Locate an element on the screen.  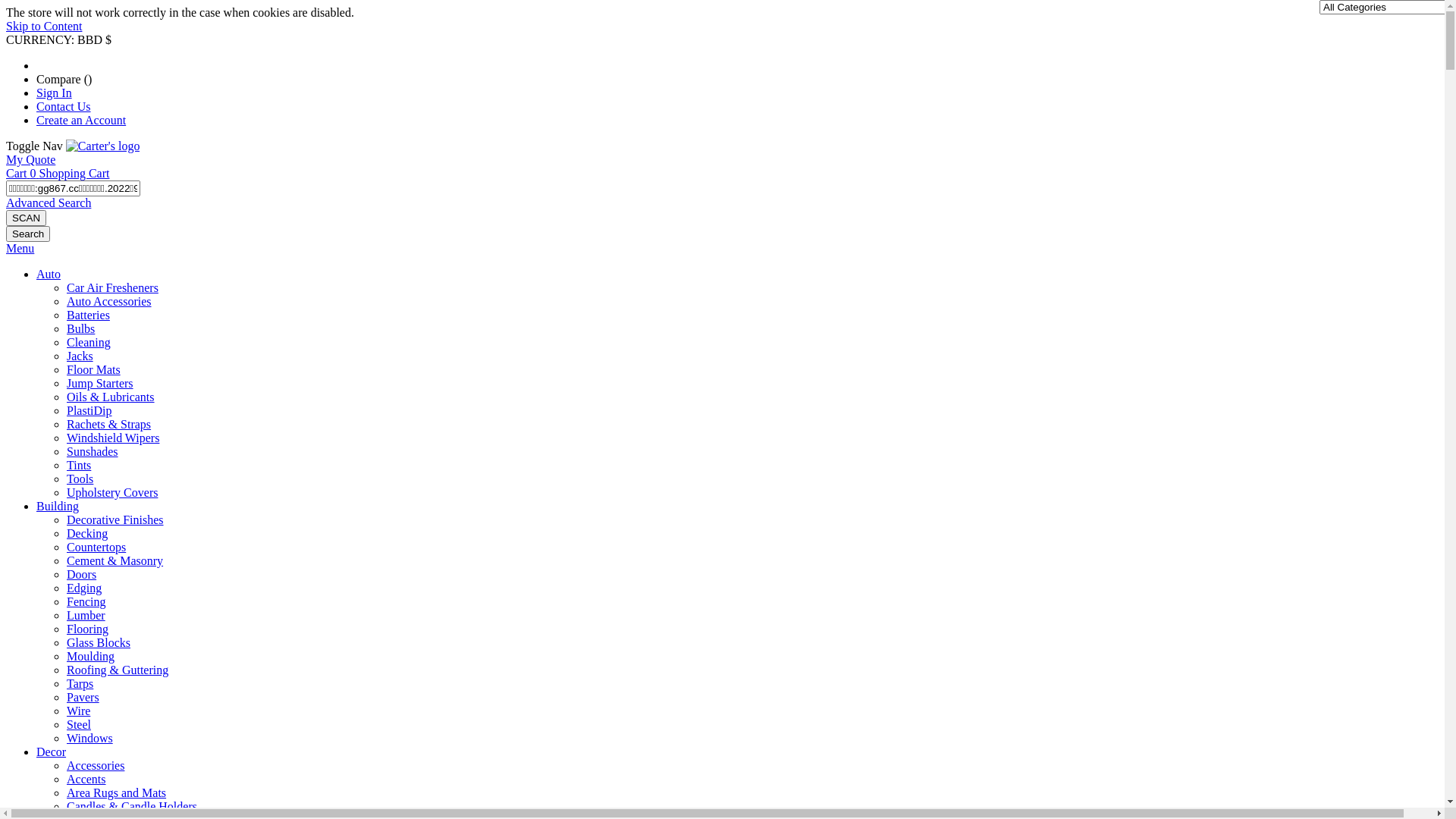
'Advanced Search' is located at coordinates (48, 202).